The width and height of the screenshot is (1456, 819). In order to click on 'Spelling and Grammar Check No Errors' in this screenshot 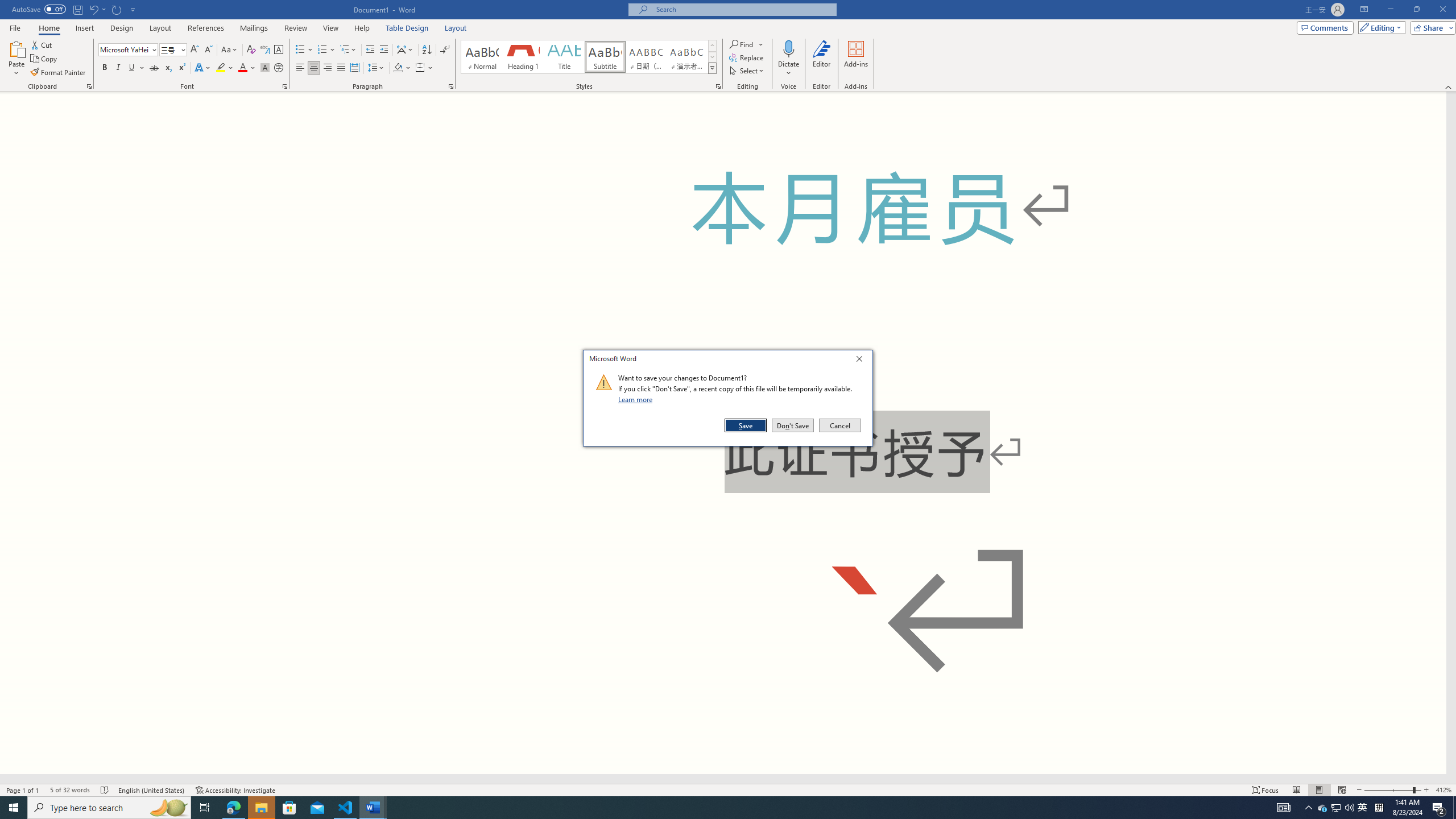, I will do `click(105, 790)`.